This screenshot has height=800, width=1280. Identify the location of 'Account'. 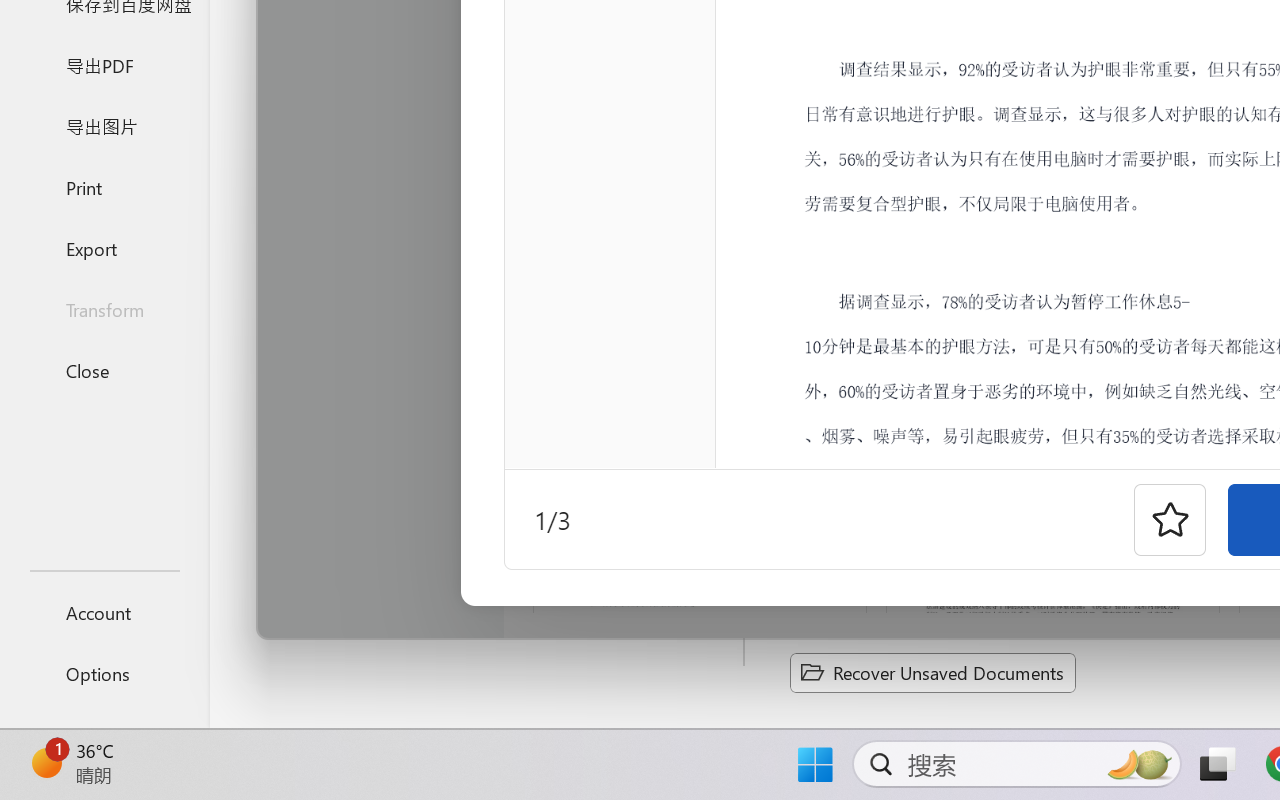
(103, 612).